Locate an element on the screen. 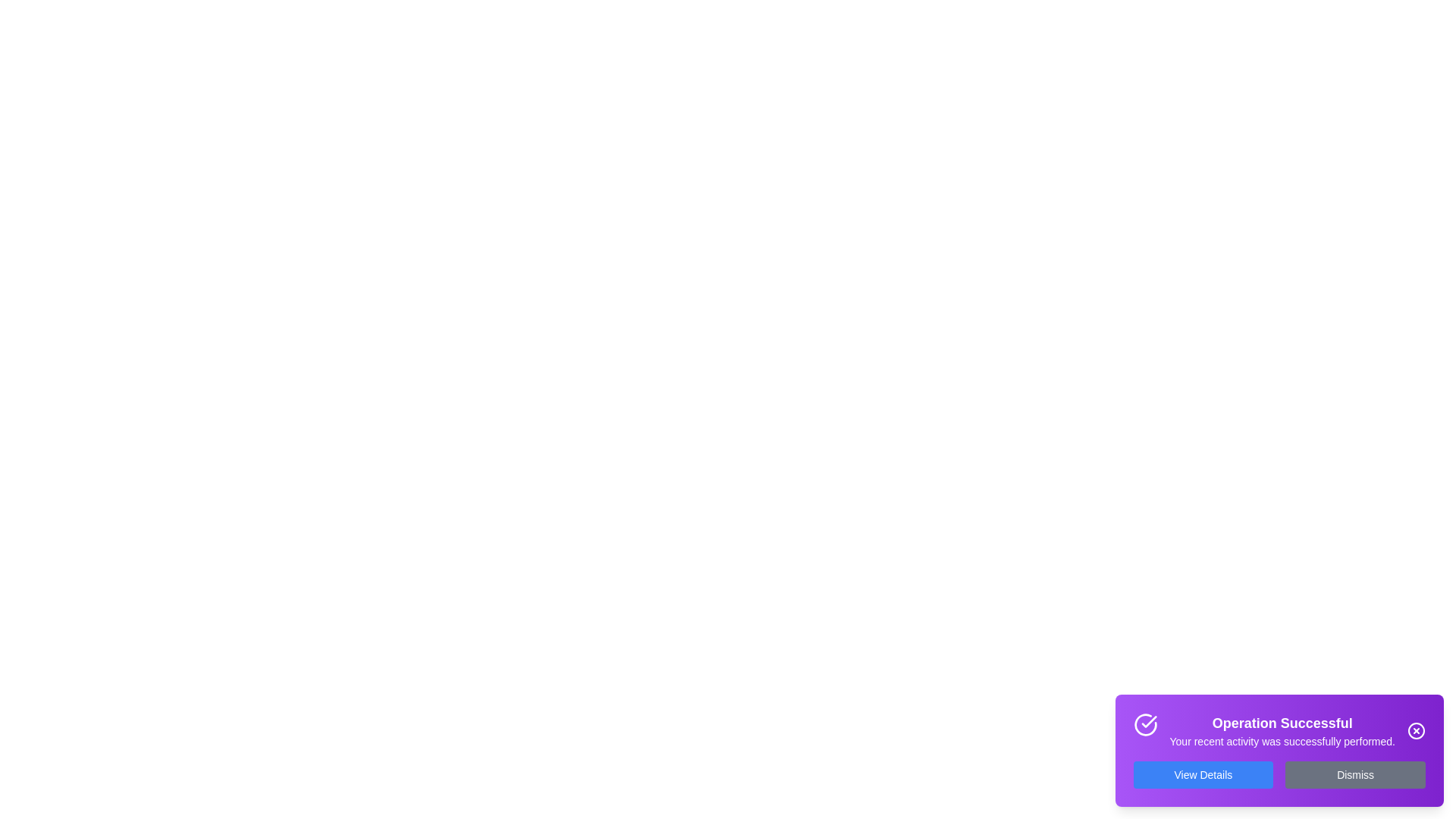 This screenshot has height=819, width=1456. the 'Dismiss' button to observe its hover effects is located at coordinates (1355, 775).